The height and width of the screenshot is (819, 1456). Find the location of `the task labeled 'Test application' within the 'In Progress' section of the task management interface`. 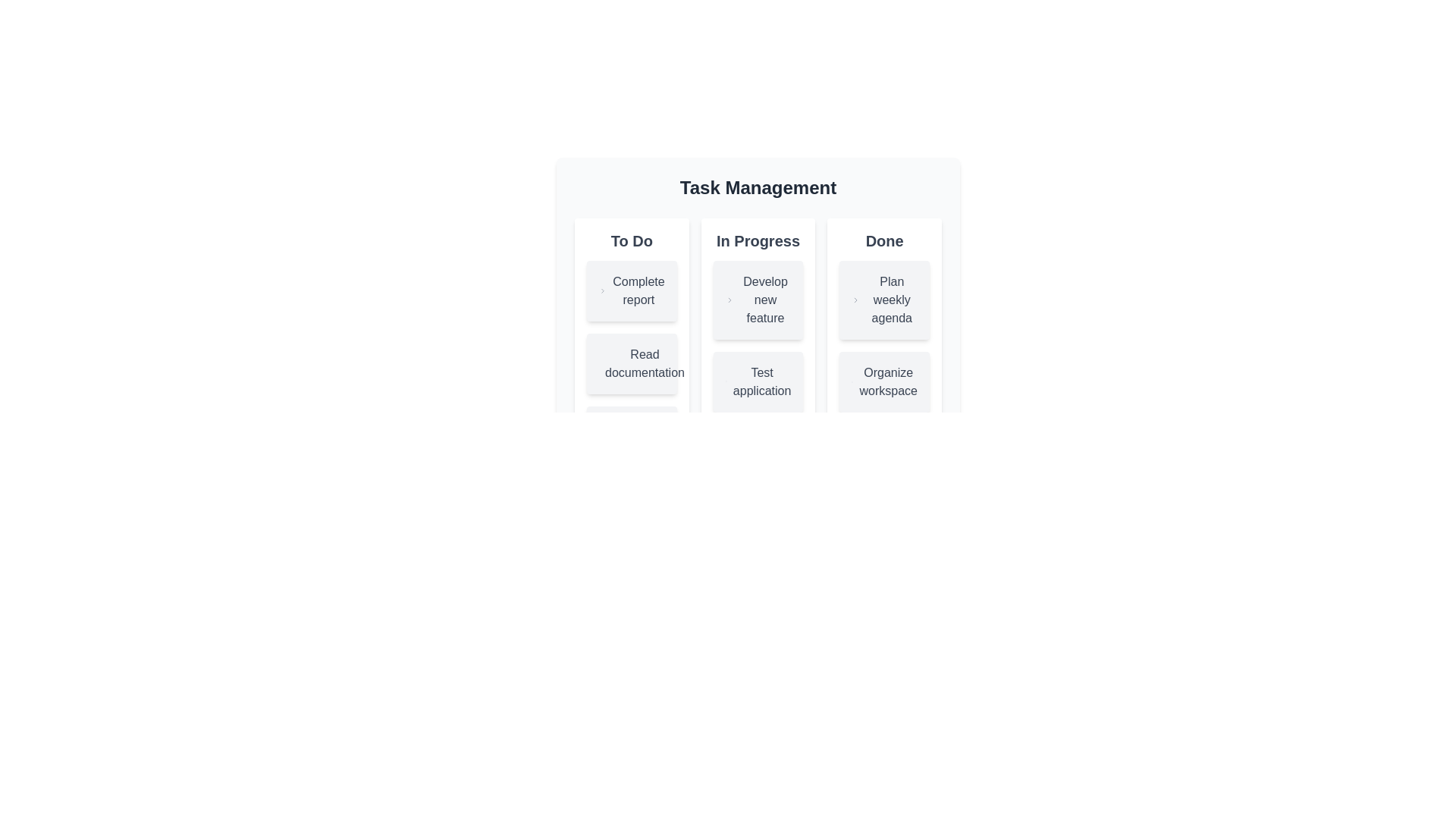

the task labeled 'Test application' within the 'In Progress' section of the task management interface is located at coordinates (758, 357).